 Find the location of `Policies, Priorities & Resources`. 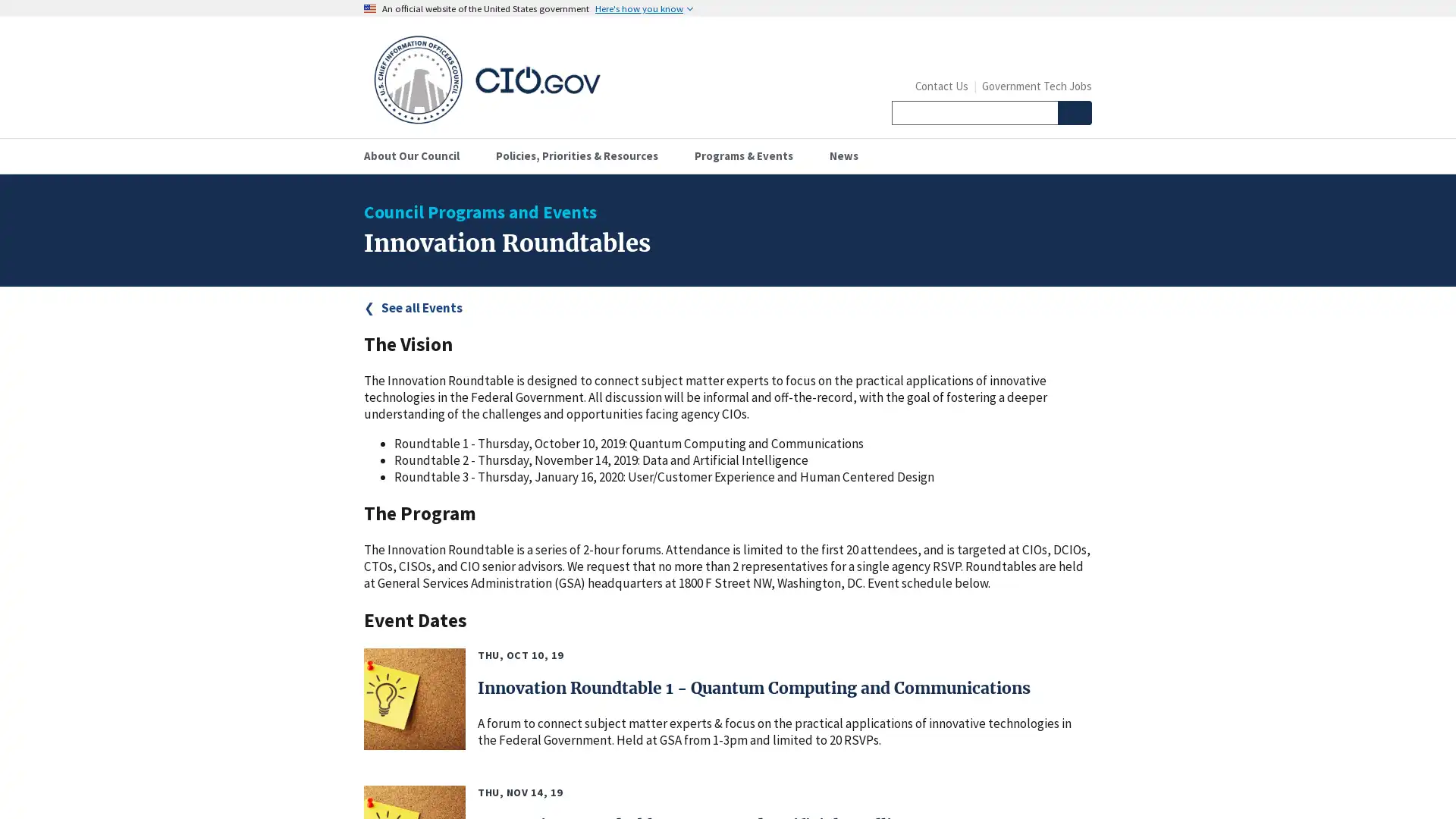

Policies, Priorities & Resources is located at coordinates (582, 155).